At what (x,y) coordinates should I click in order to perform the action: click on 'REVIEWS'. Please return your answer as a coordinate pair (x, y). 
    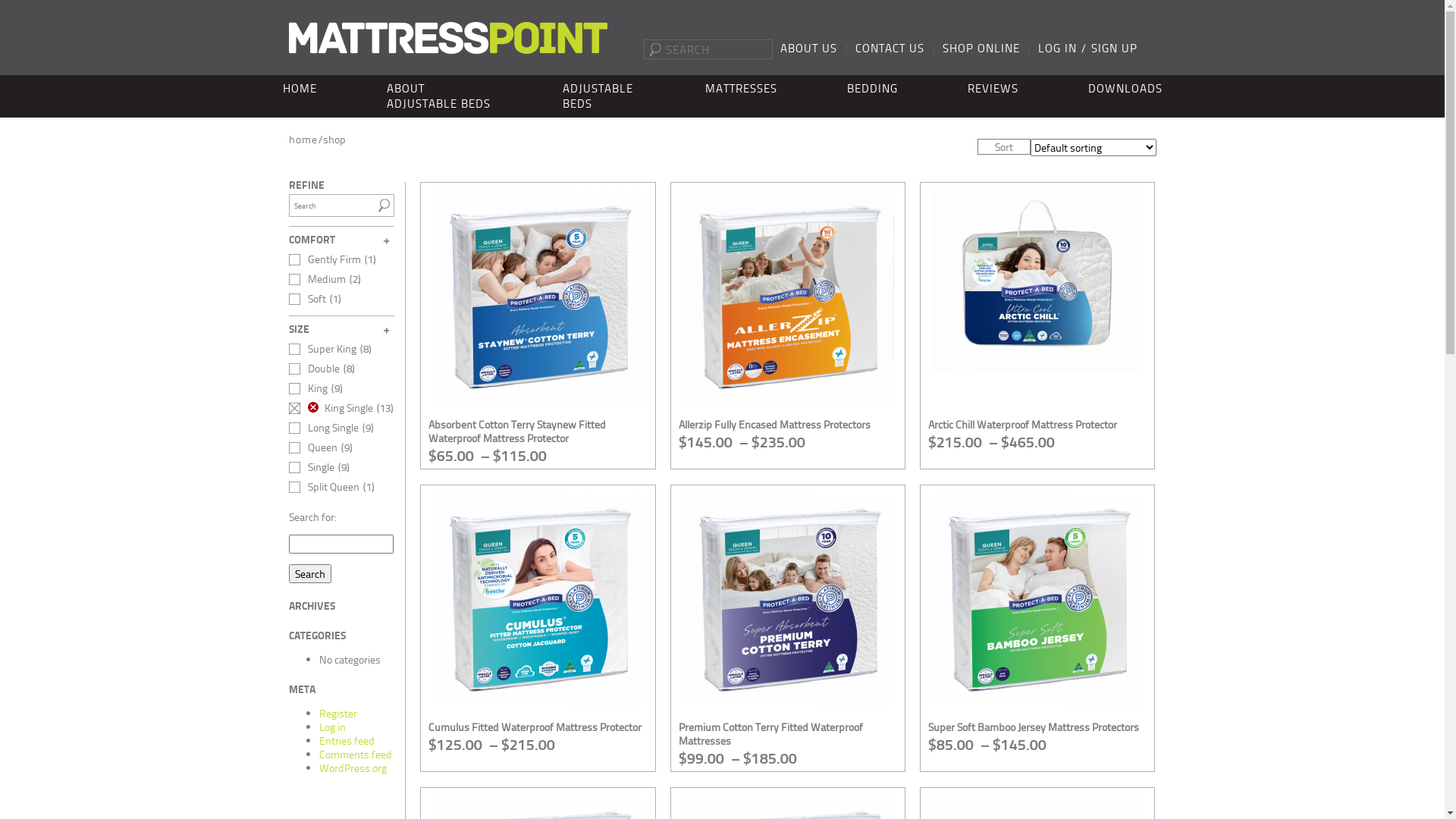
    Looking at the image, I should click on (931, 88).